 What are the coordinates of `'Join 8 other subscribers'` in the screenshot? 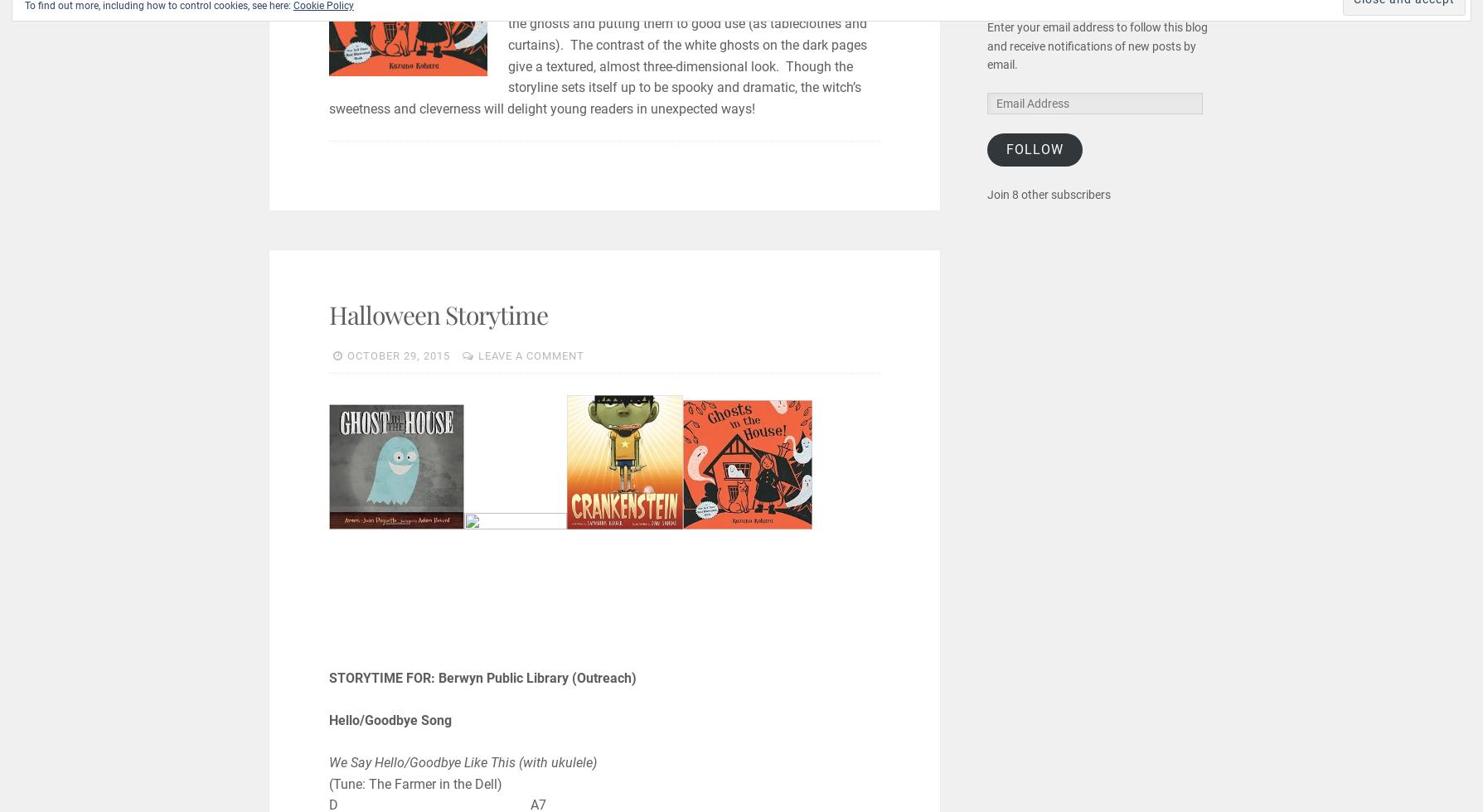 It's located at (1048, 194).